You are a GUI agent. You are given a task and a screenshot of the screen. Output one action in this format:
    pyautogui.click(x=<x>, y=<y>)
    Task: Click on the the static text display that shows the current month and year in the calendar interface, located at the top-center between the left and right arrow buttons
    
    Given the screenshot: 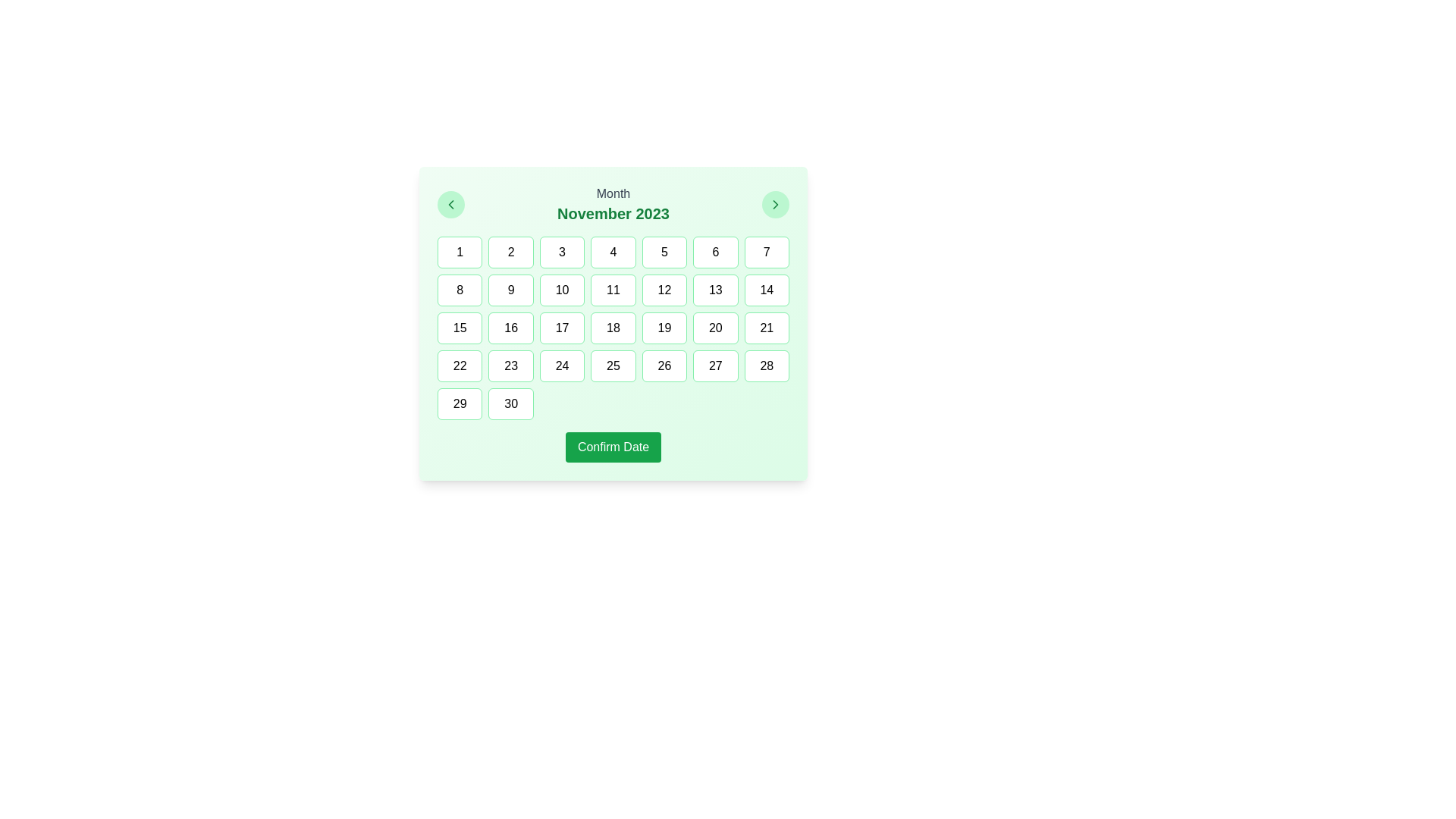 What is the action you would take?
    pyautogui.click(x=613, y=205)
    